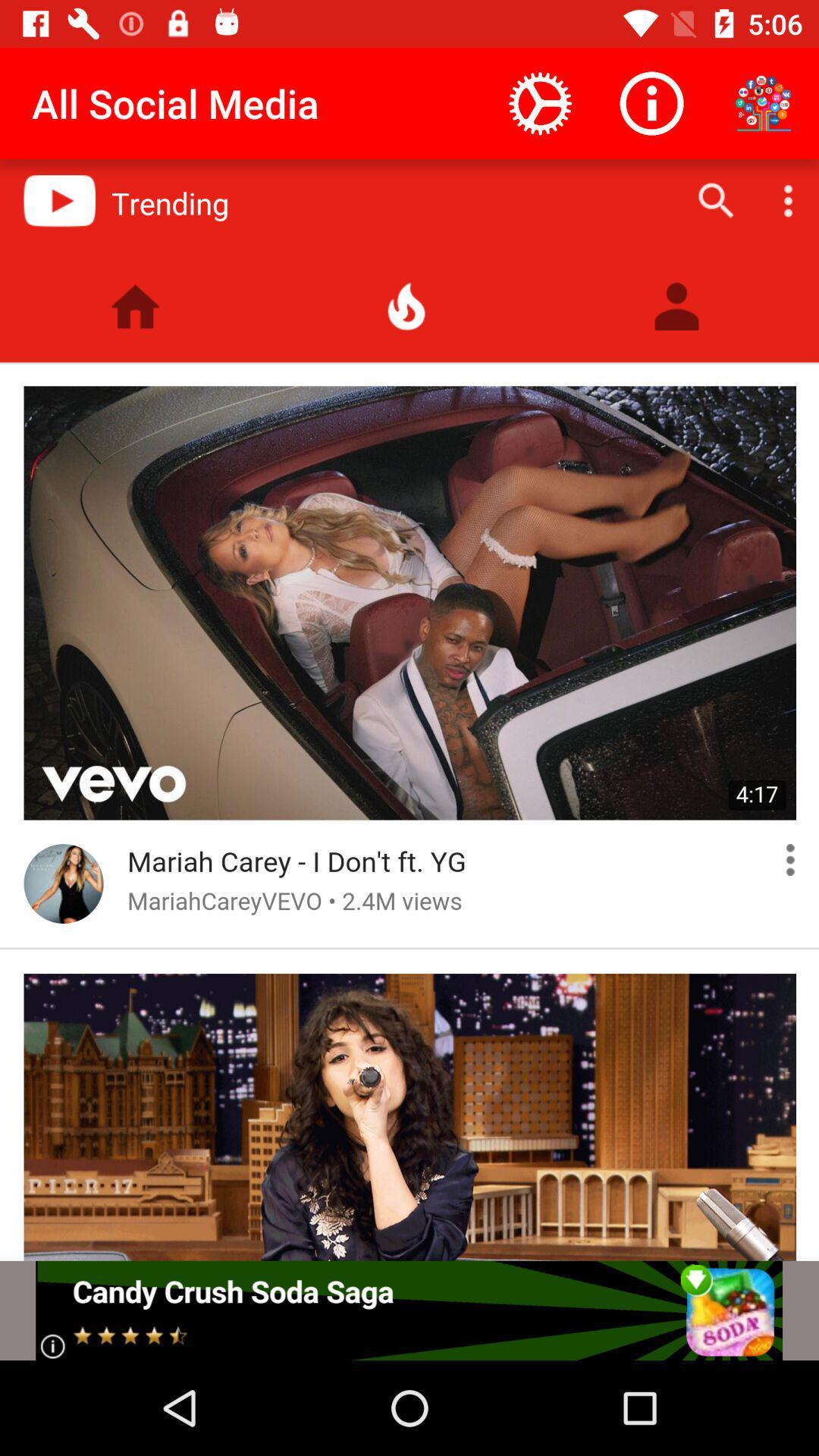 The width and height of the screenshot is (819, 1456). What do you see at coordinates (409, 709) in the screenshot?
I see `trending videos` at bounding box center [409, 709].